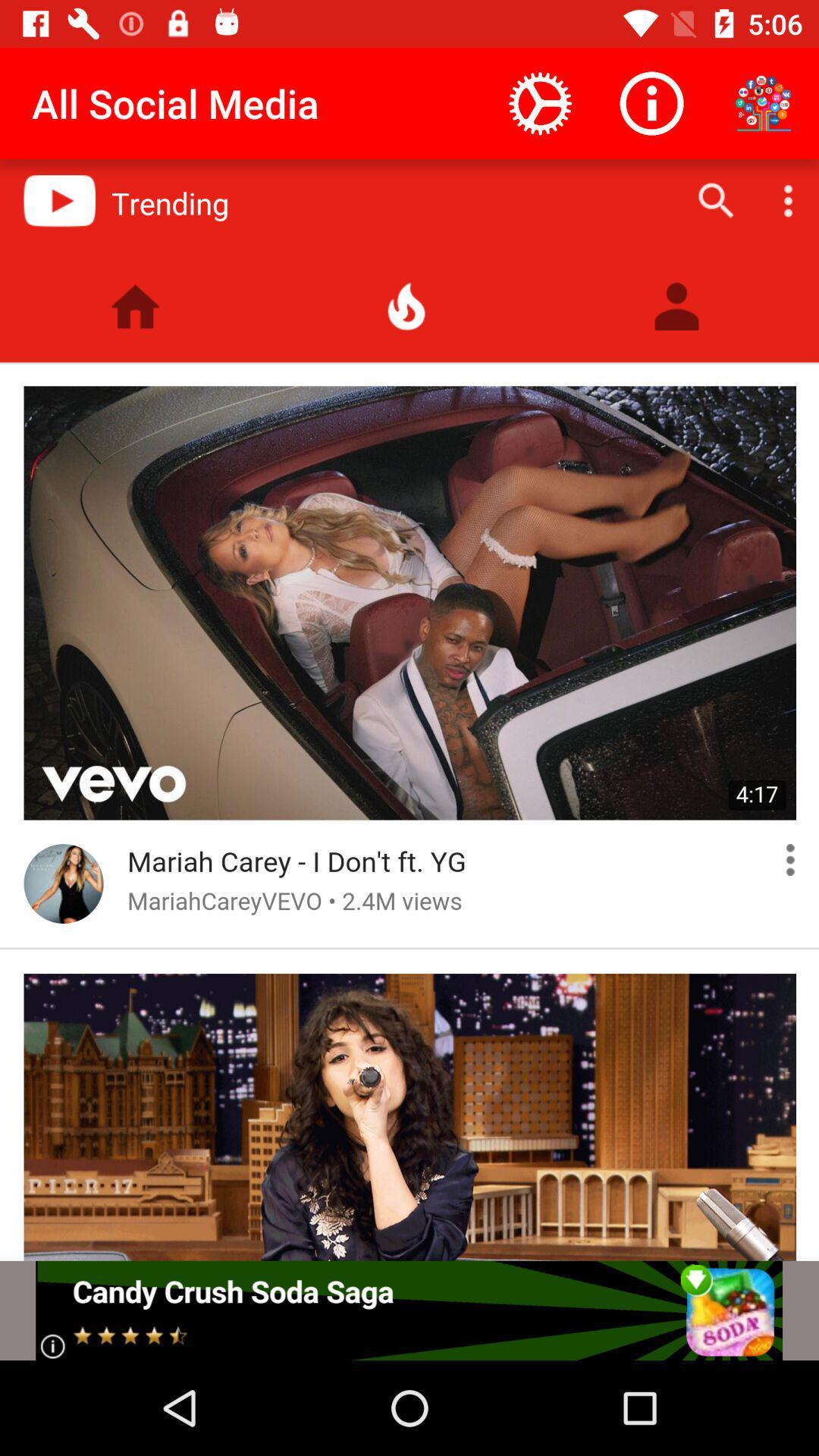 The width and height of the screenshot is (819, 1456). What do you see at coordinates (409, 709) in the screenshot?
I see `trending videos` at bounding box center [409, 709].